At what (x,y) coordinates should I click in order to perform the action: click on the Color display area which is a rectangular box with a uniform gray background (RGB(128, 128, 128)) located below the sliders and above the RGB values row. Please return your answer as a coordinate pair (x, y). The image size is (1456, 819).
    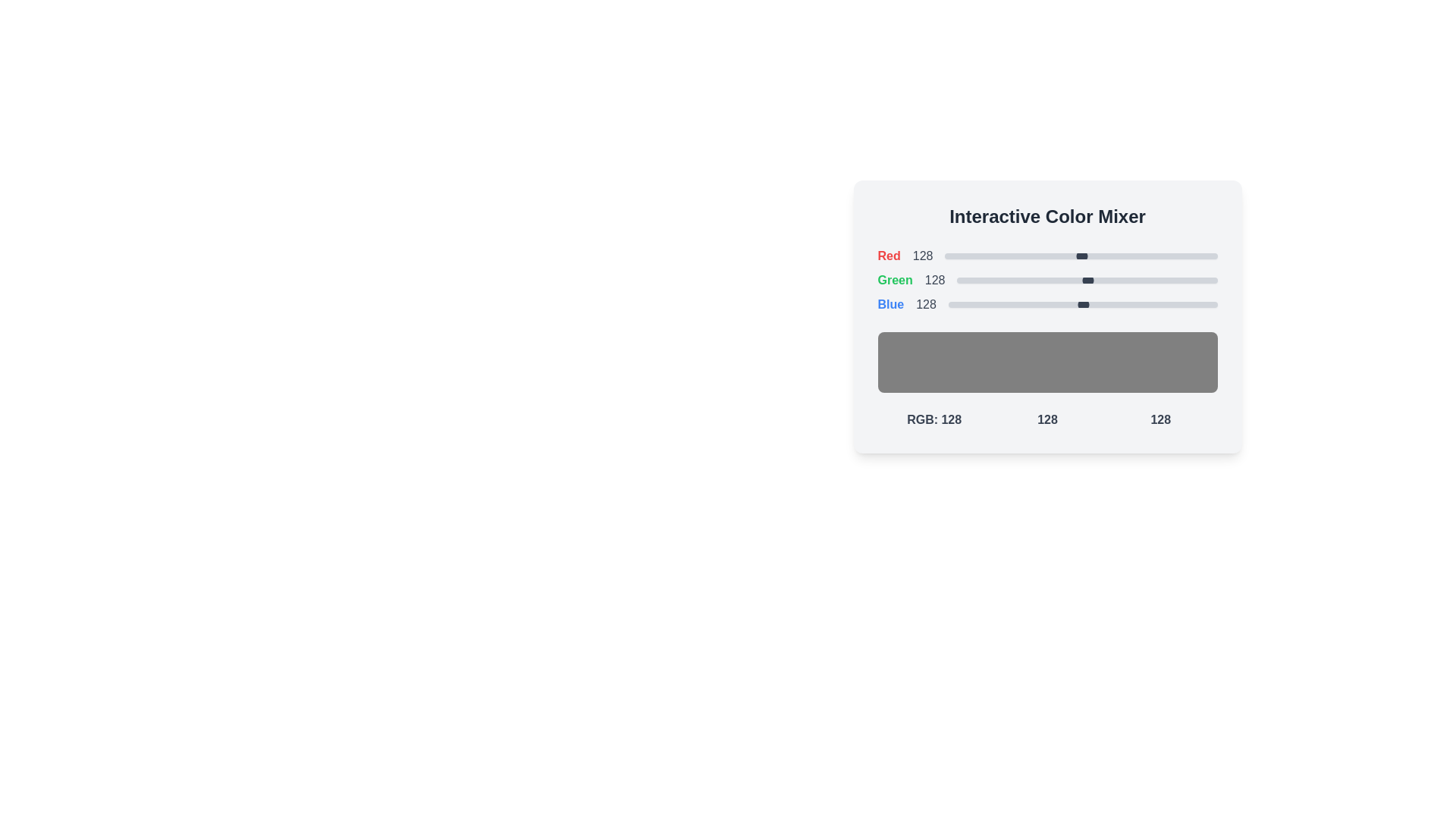
    Looking at the image, I should click on (1046, 337).